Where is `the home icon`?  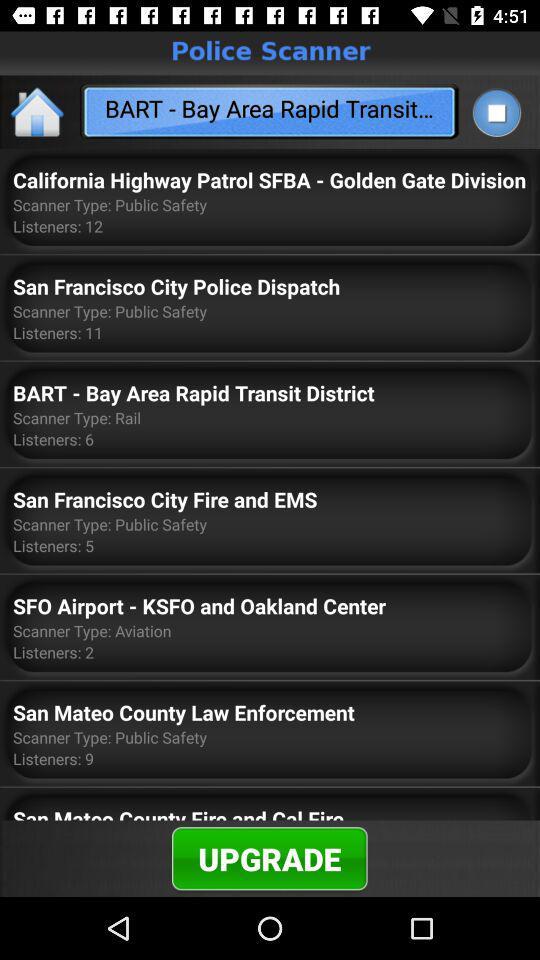 the home icon is located at coordinates (38, 111).